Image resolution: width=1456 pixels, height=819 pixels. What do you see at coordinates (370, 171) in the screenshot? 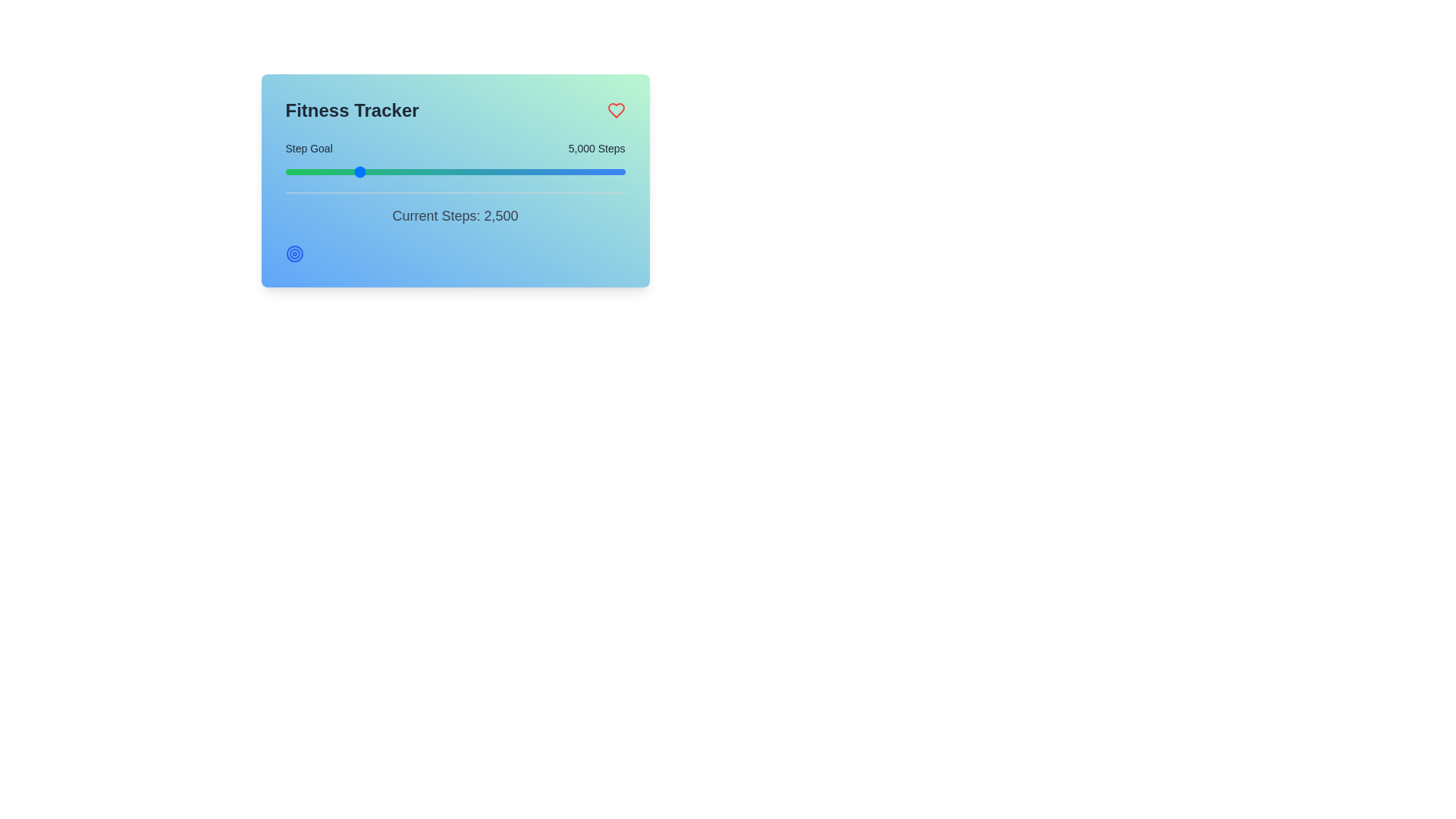
I see `the step goal slider to set the step goal to 5754` at bounding box center [370, 171].